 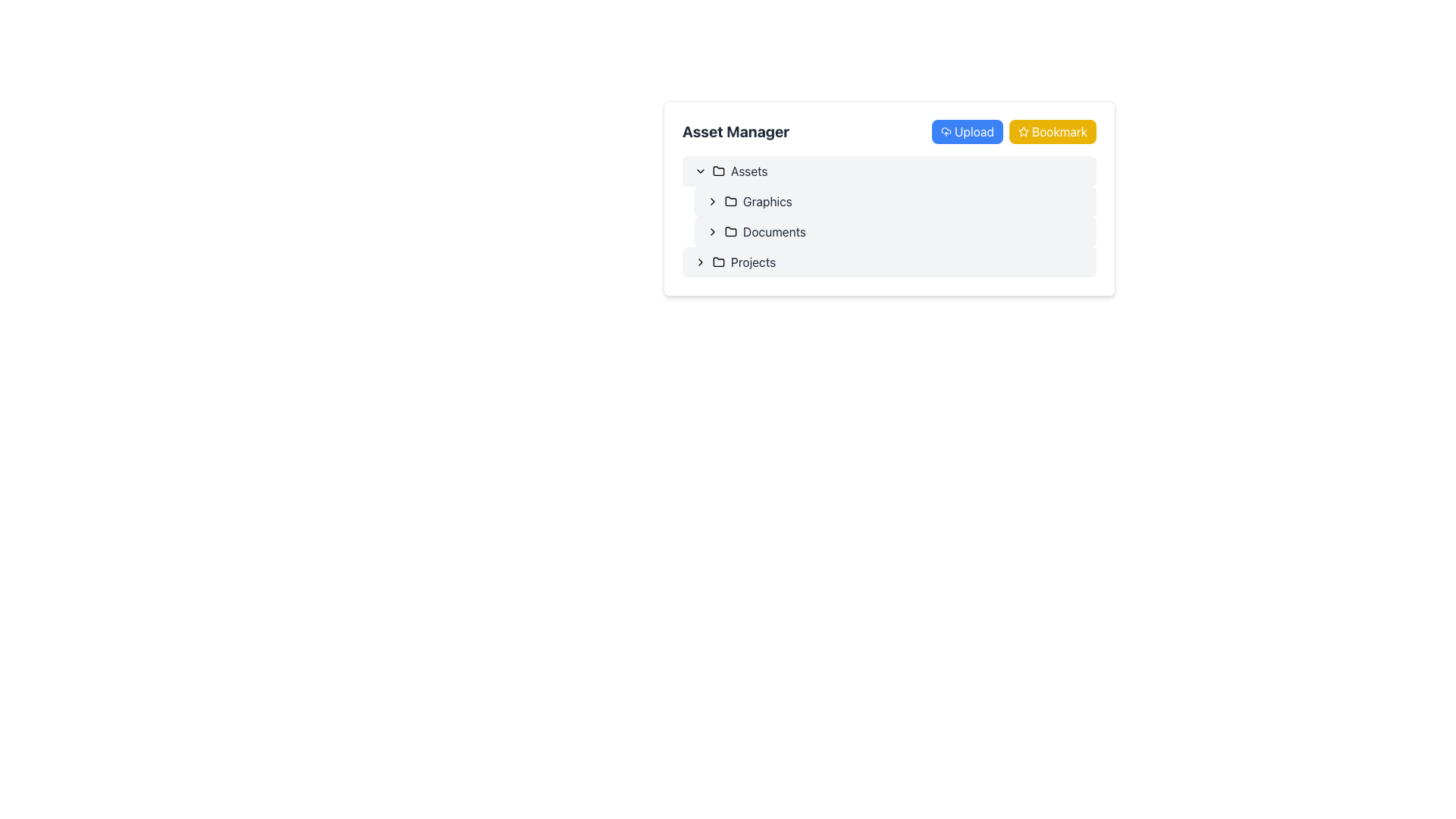 I want to click on the folder icon located to the left of the 'Assets' label, so click(x=718, y=170).